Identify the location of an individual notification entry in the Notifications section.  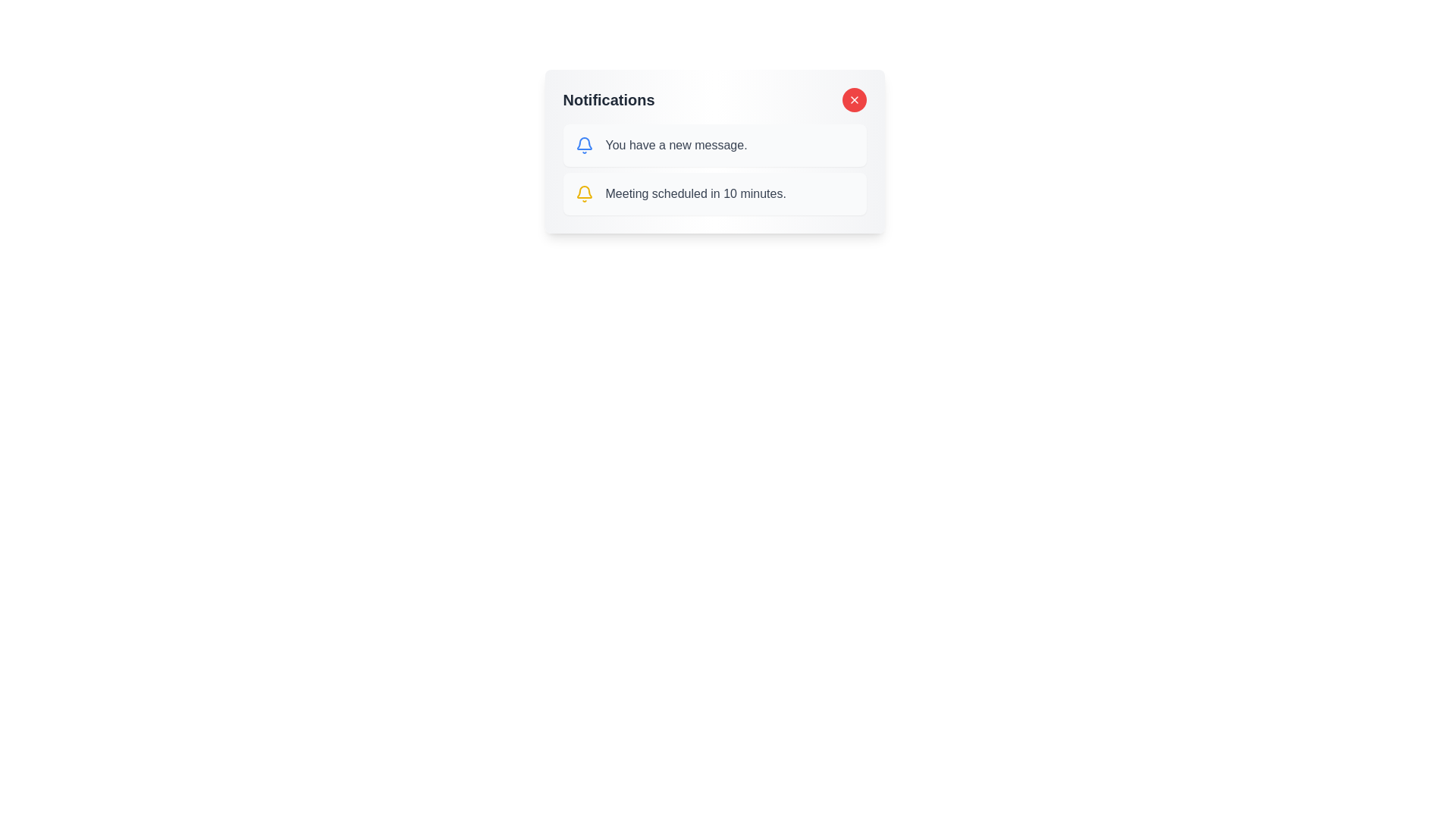
(714, 169).